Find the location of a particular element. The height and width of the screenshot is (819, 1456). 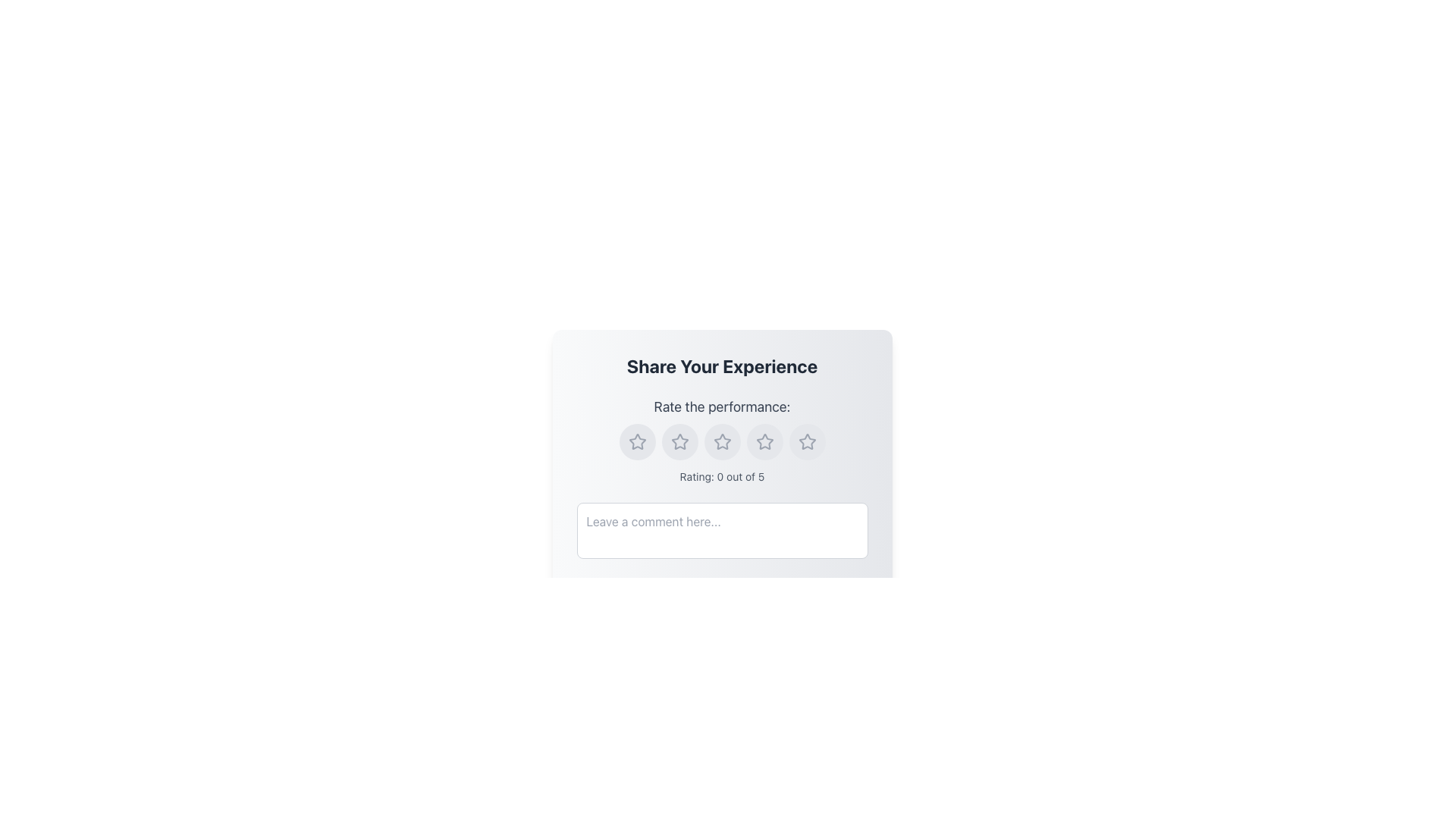

the header text labeled 'Share Your Experience.' which is styled in bold and dark gray, positioned at the top of the feedback form layout is located at coordinates (721, 366).